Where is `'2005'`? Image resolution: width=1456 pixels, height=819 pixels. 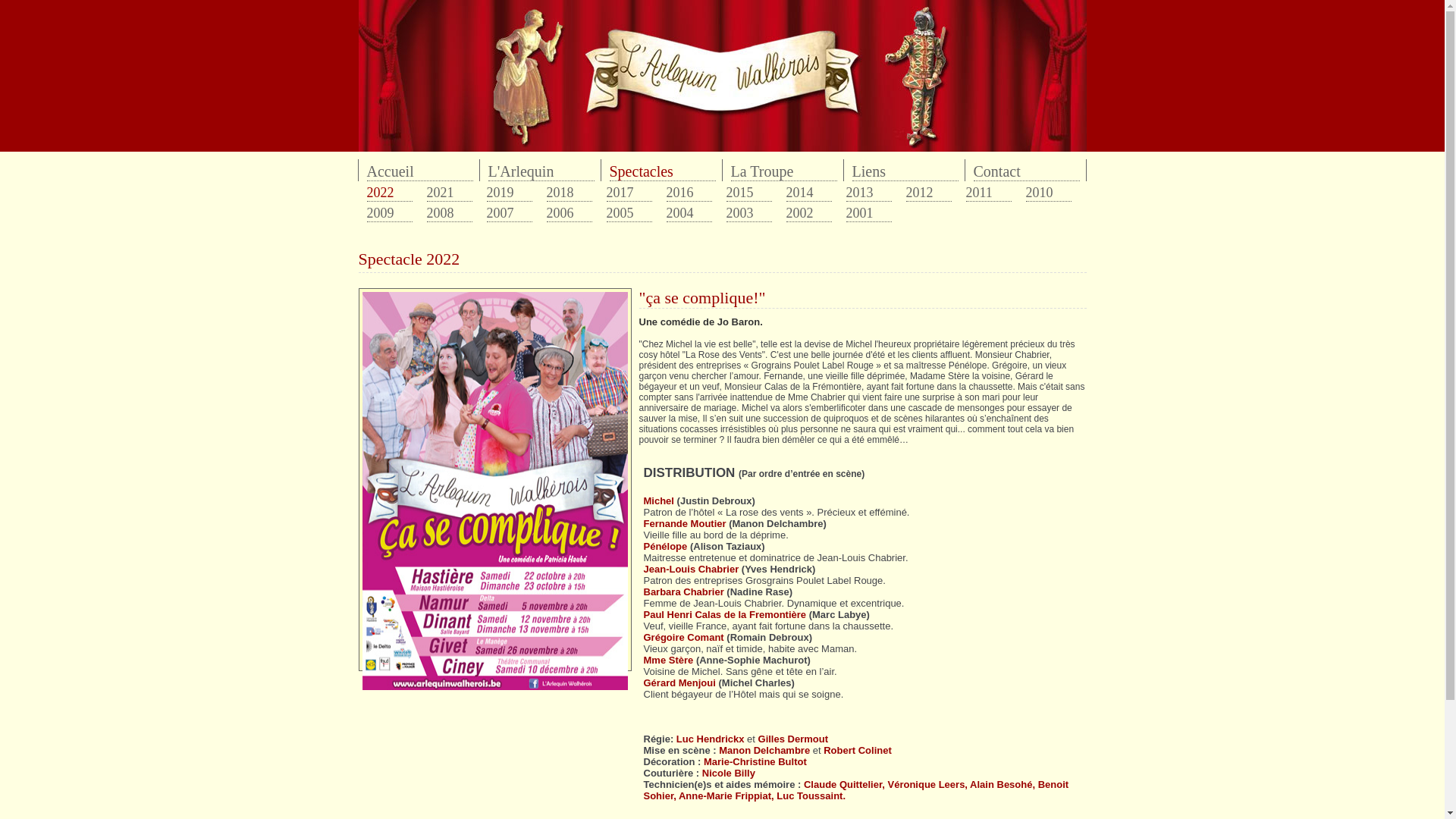 '2005' is located at coordinates (629, 213).